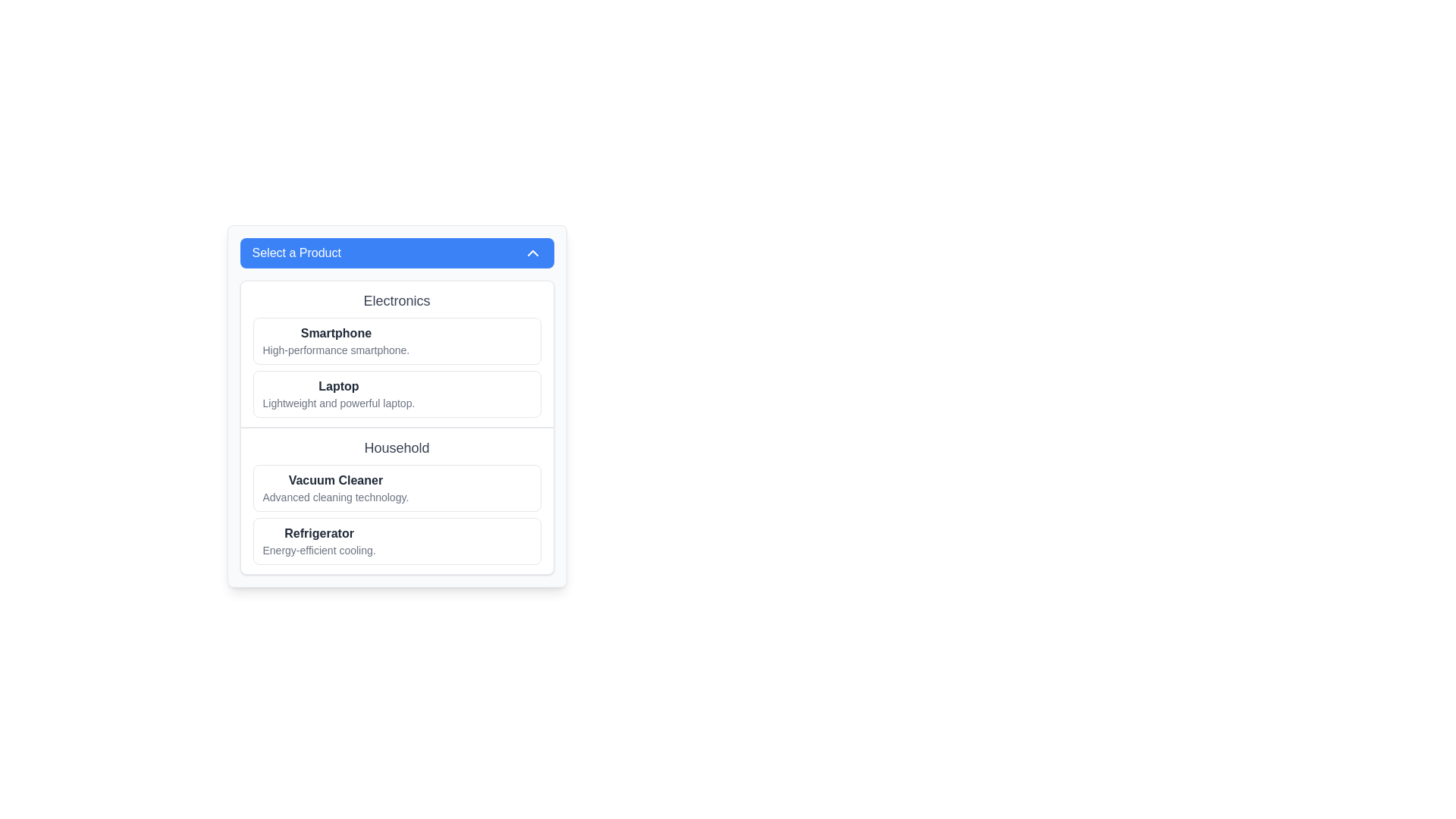 This screenshot has width=1456, height=819. I want to click on the 'Refrigerator' option, so click(397, 540).